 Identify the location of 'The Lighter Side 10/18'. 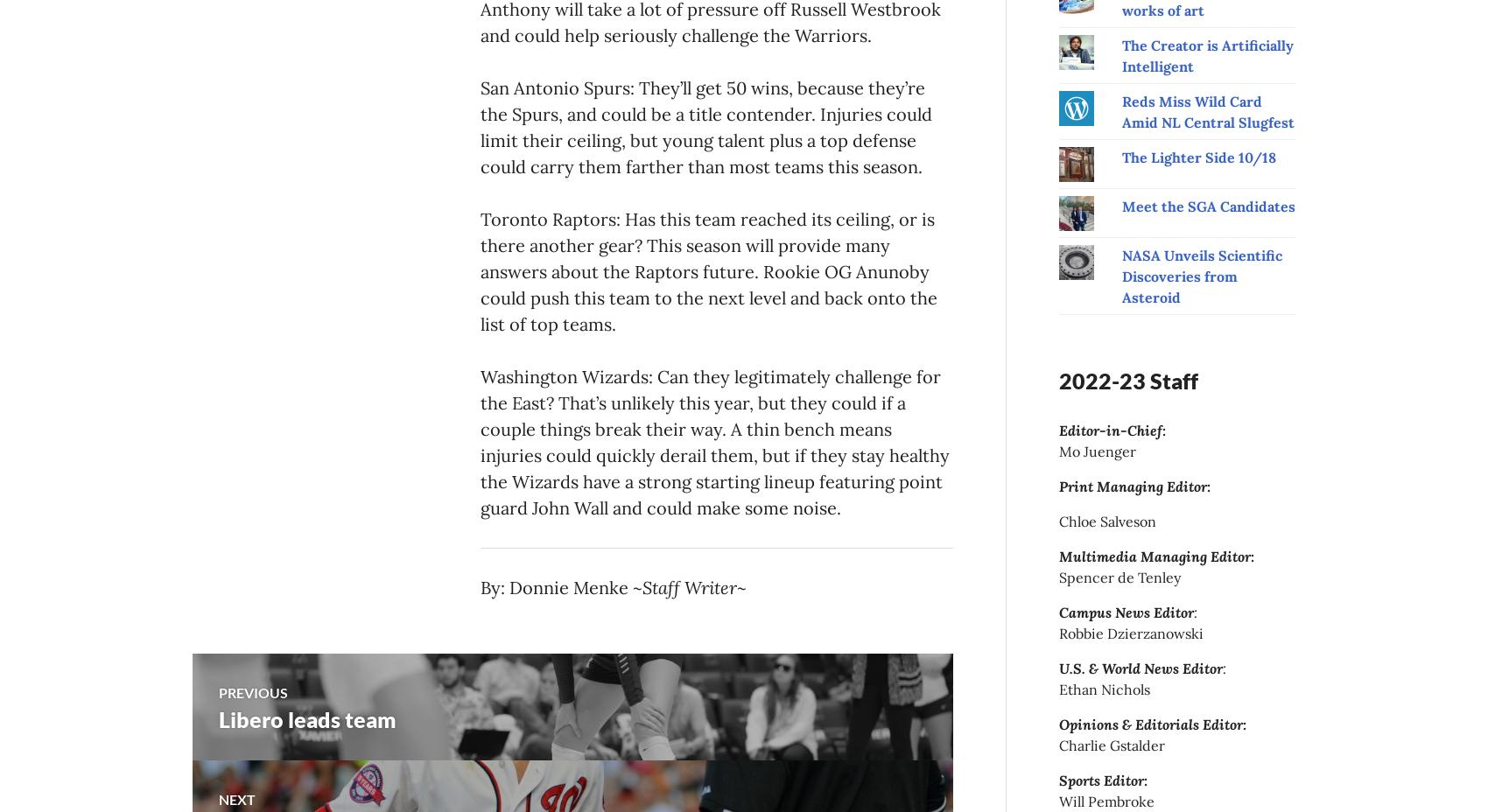
(1120, 157).